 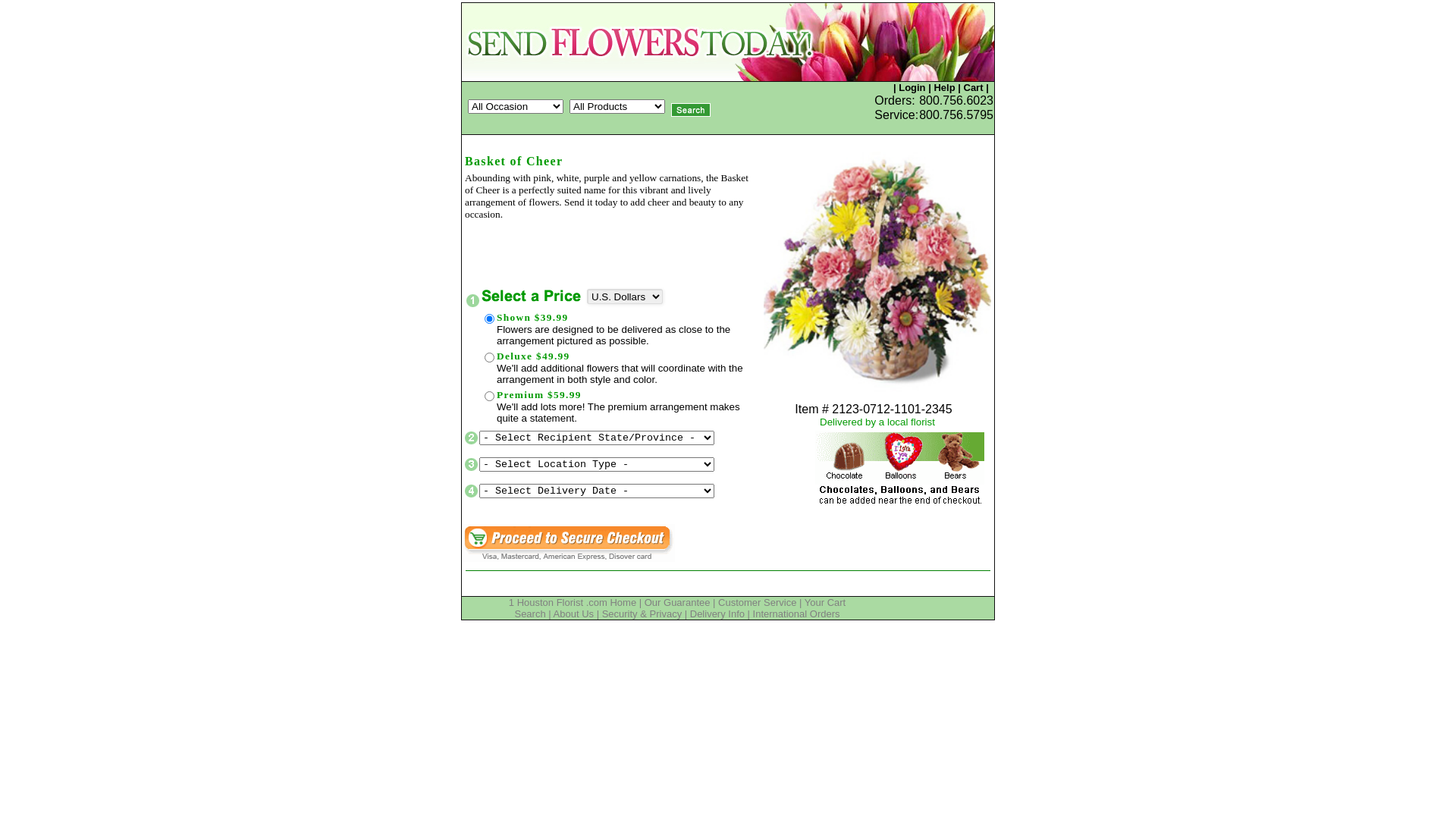 What do you see at coordinates (601, 613) in the screenshot?
I see `'Security & Privacy'` at bounding box center [601, 613].